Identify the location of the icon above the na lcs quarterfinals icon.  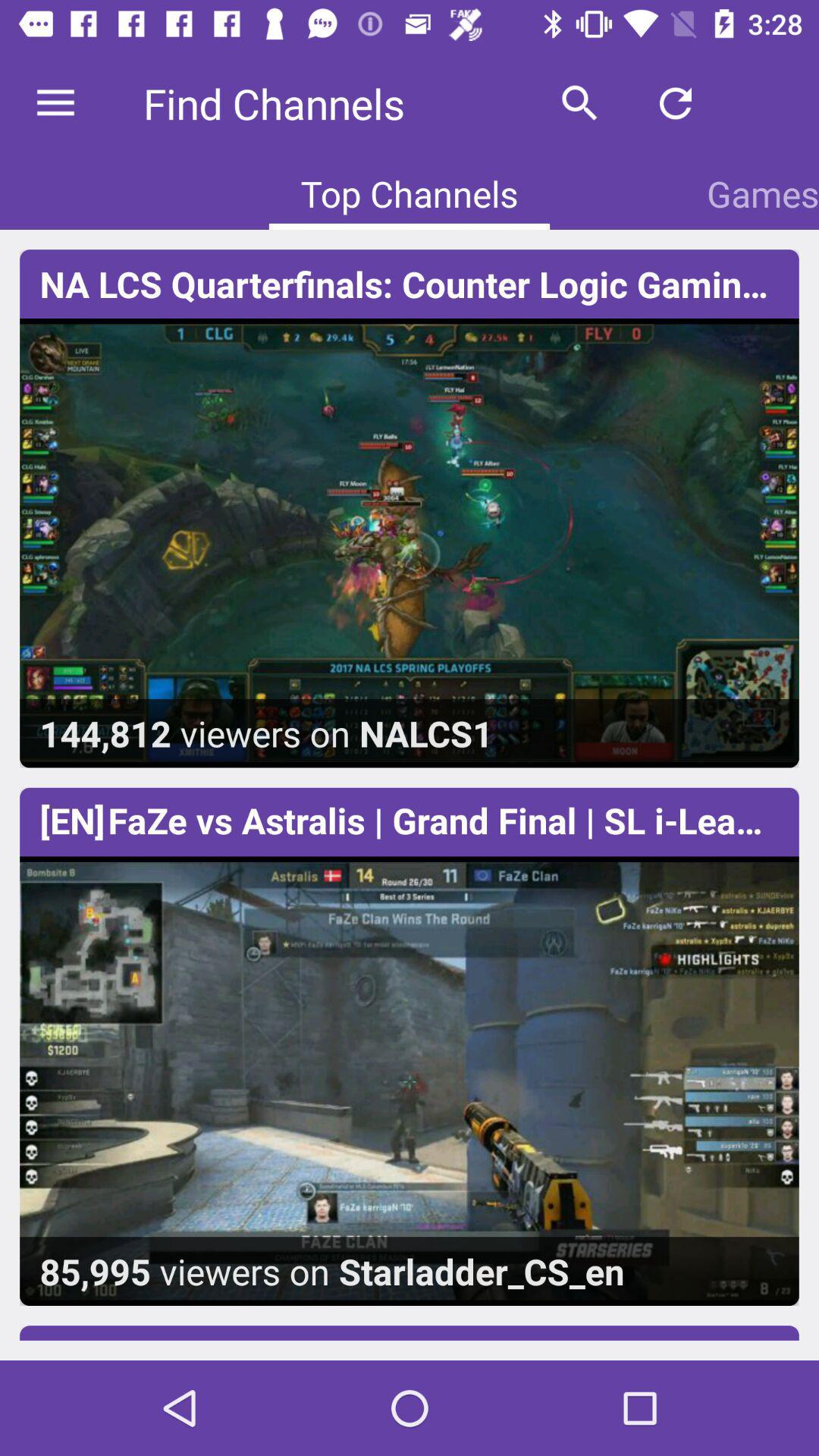
(763, 193).